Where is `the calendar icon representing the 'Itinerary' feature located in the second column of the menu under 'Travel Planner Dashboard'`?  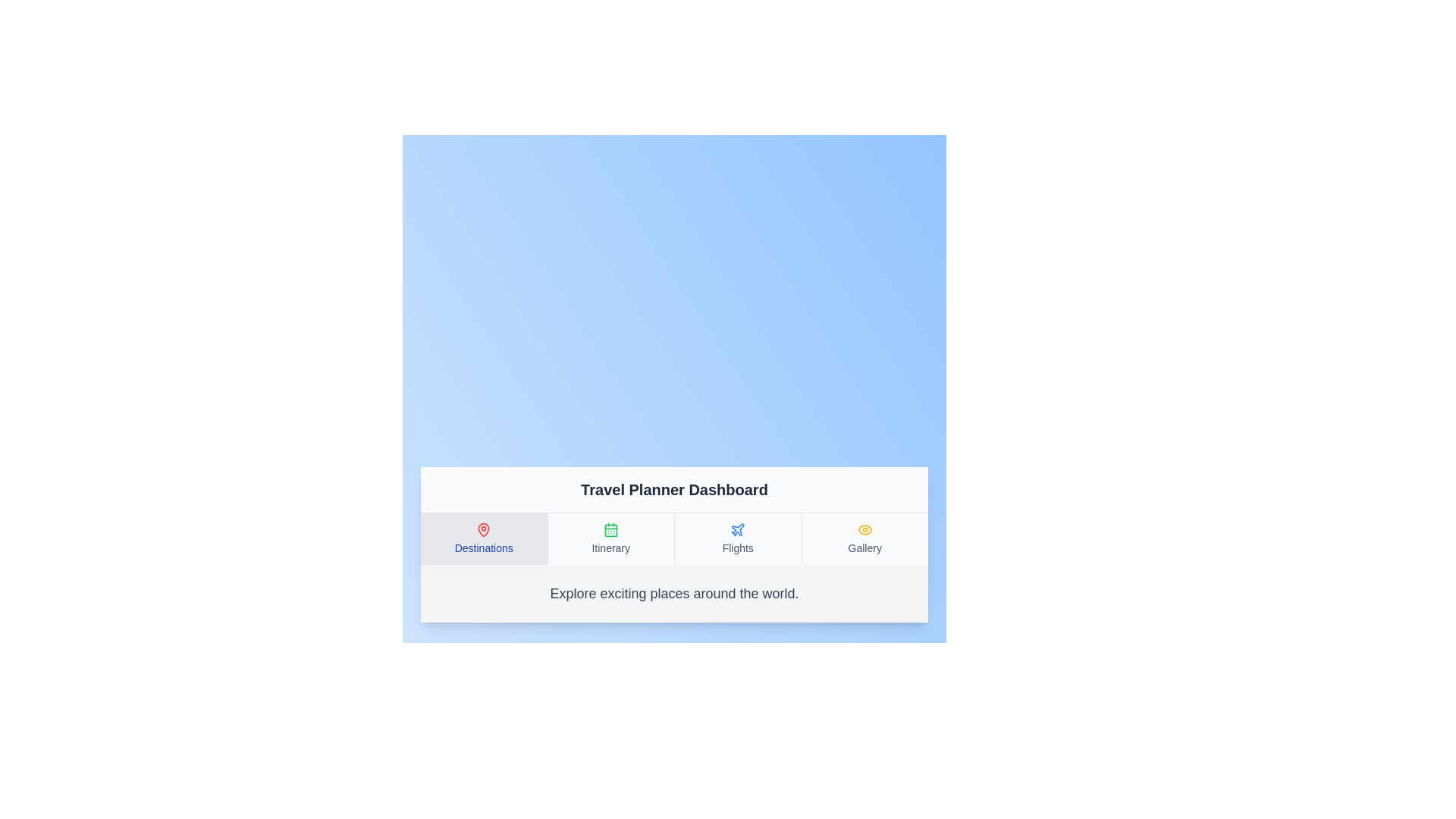 the calendar icon representing the 'Itinerary' feature located in the second column of the menu under 'Travel Planner Dashboard' is located at coordinates (610, 529).